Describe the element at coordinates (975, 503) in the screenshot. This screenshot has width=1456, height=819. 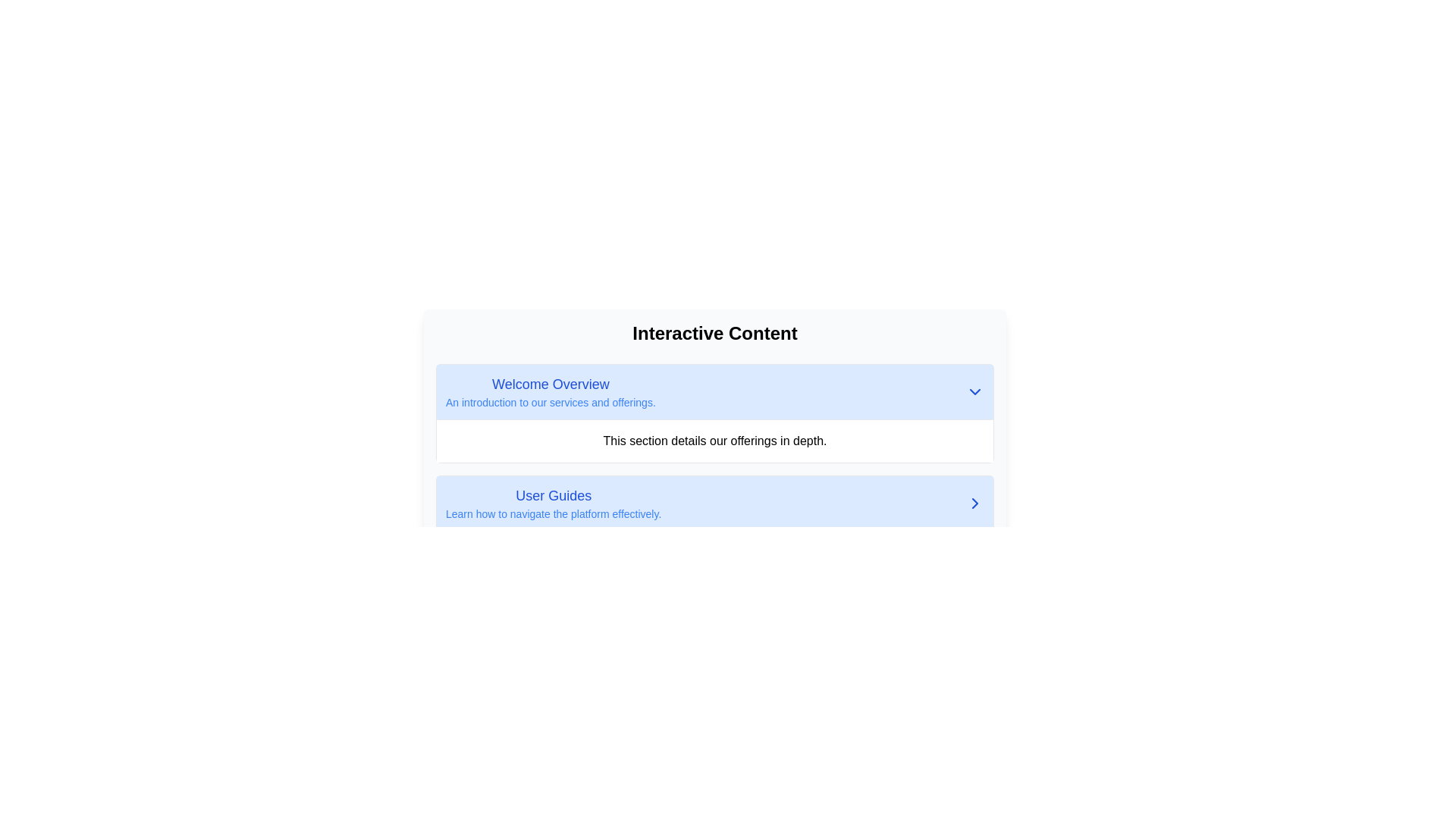
I see `the blue right-facing chevron icon located on the far right side of the 'User Guides' section` at that location.